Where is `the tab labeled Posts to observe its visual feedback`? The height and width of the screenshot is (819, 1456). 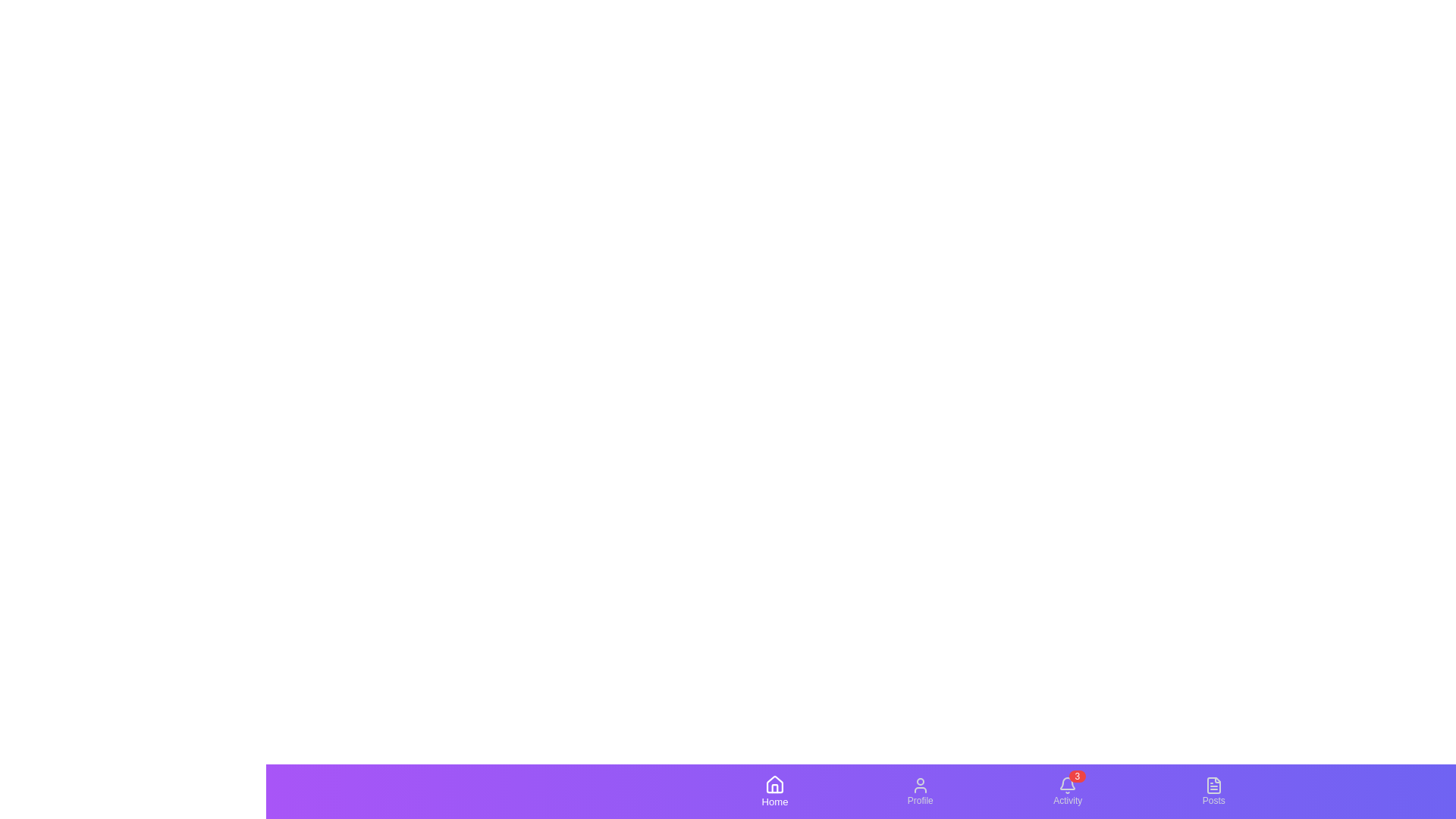
the tab labeled Posts to observe its visual feedback is located at coordinates (1212, 791).